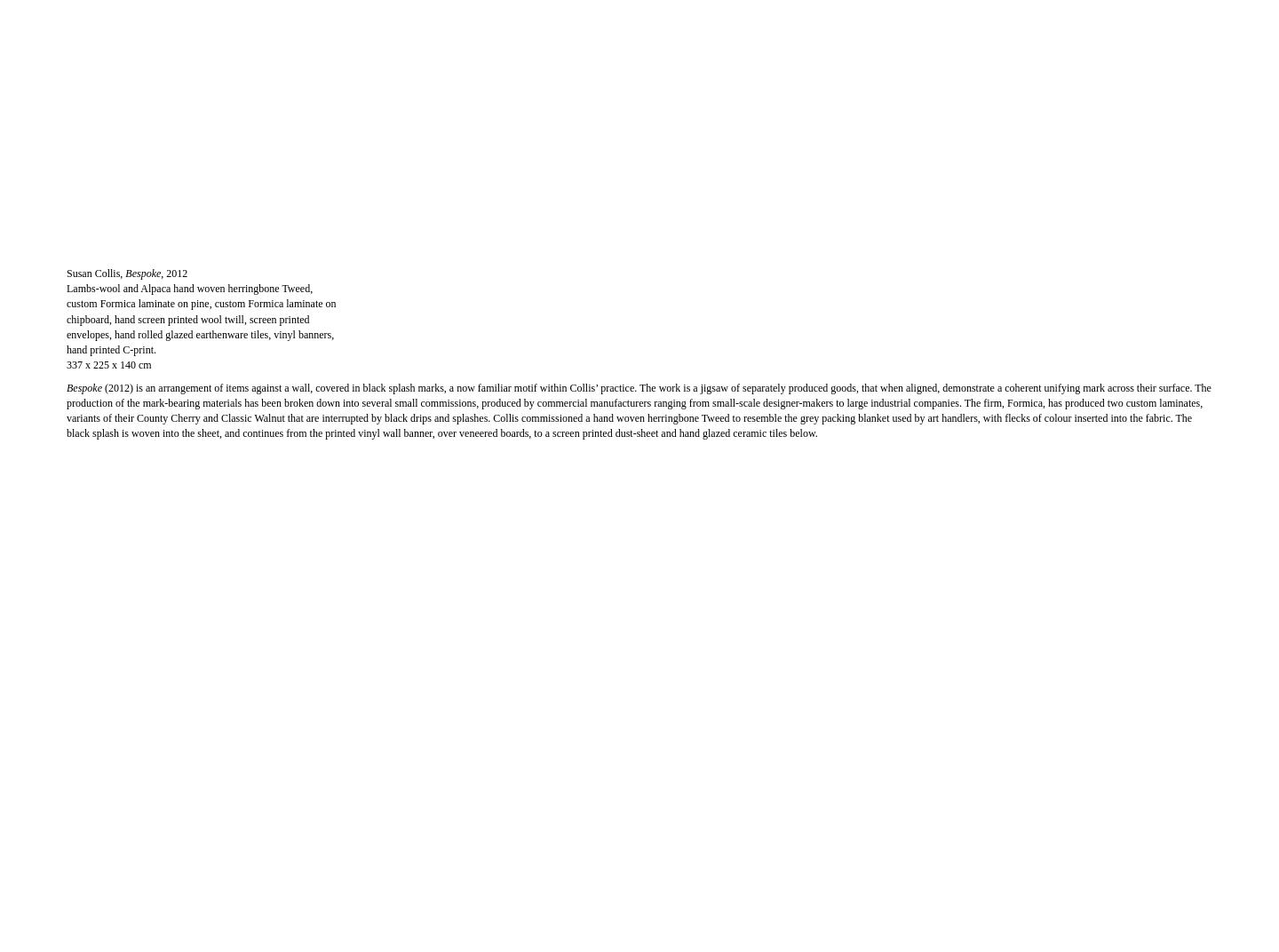 Image resolution: width=1279 pixels, height=952 pixels. What do you see at coordinates (109, 348) in the screenshot?
I see `'hand printed C-print.'` at bounding box center [109, 348].